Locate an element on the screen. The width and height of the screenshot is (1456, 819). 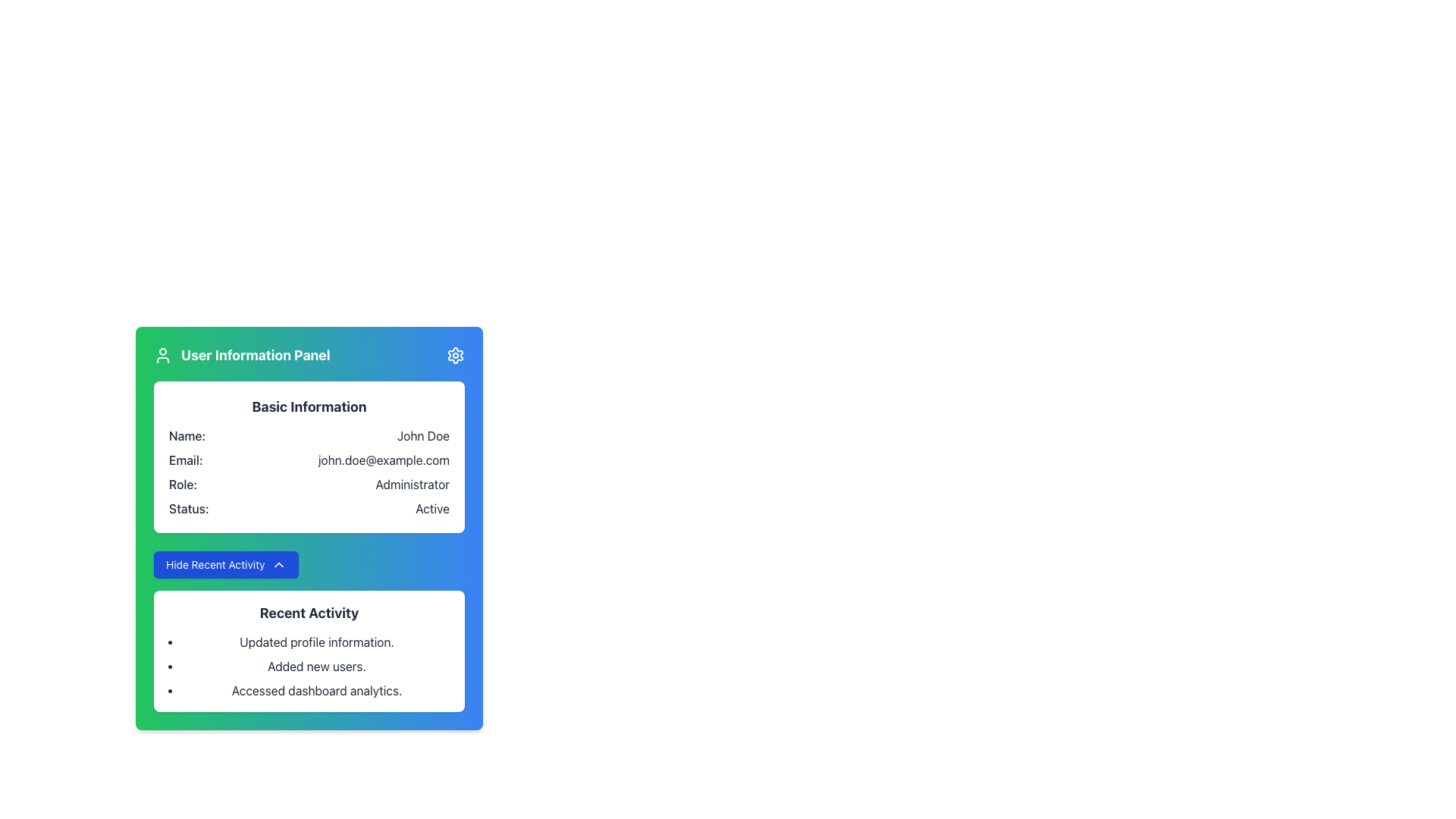
the static text label displaying the word 'Active', which is located in the 'Status' field of the 'Basic Information' section is located at coordinates (431, 509).